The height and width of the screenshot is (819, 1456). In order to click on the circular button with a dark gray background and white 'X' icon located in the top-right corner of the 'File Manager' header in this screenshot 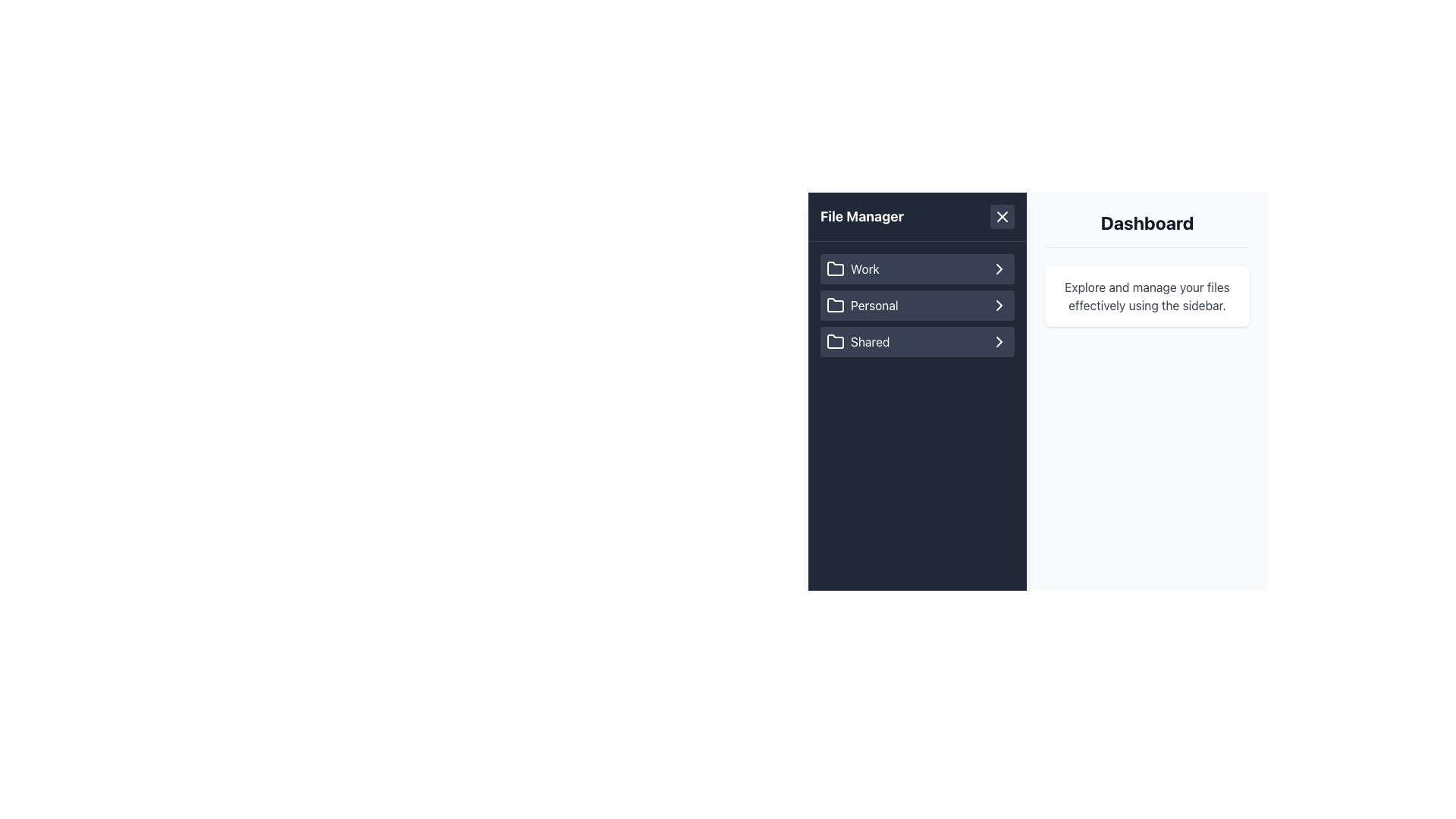, I will do `click(1002, 216)`.